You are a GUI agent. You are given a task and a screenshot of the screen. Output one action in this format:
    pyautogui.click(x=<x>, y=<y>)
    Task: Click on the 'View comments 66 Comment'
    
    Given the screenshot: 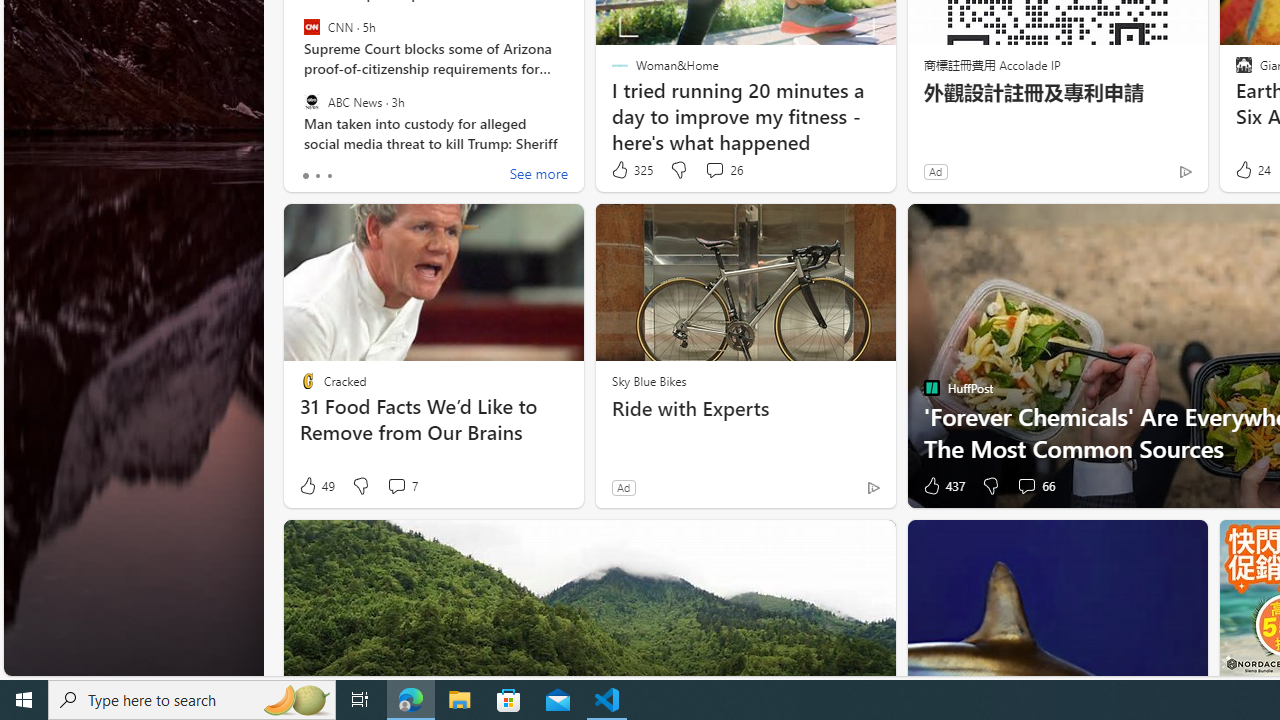 What is the action you would take?
    pyautogui.click(x=1035, y=486)
    